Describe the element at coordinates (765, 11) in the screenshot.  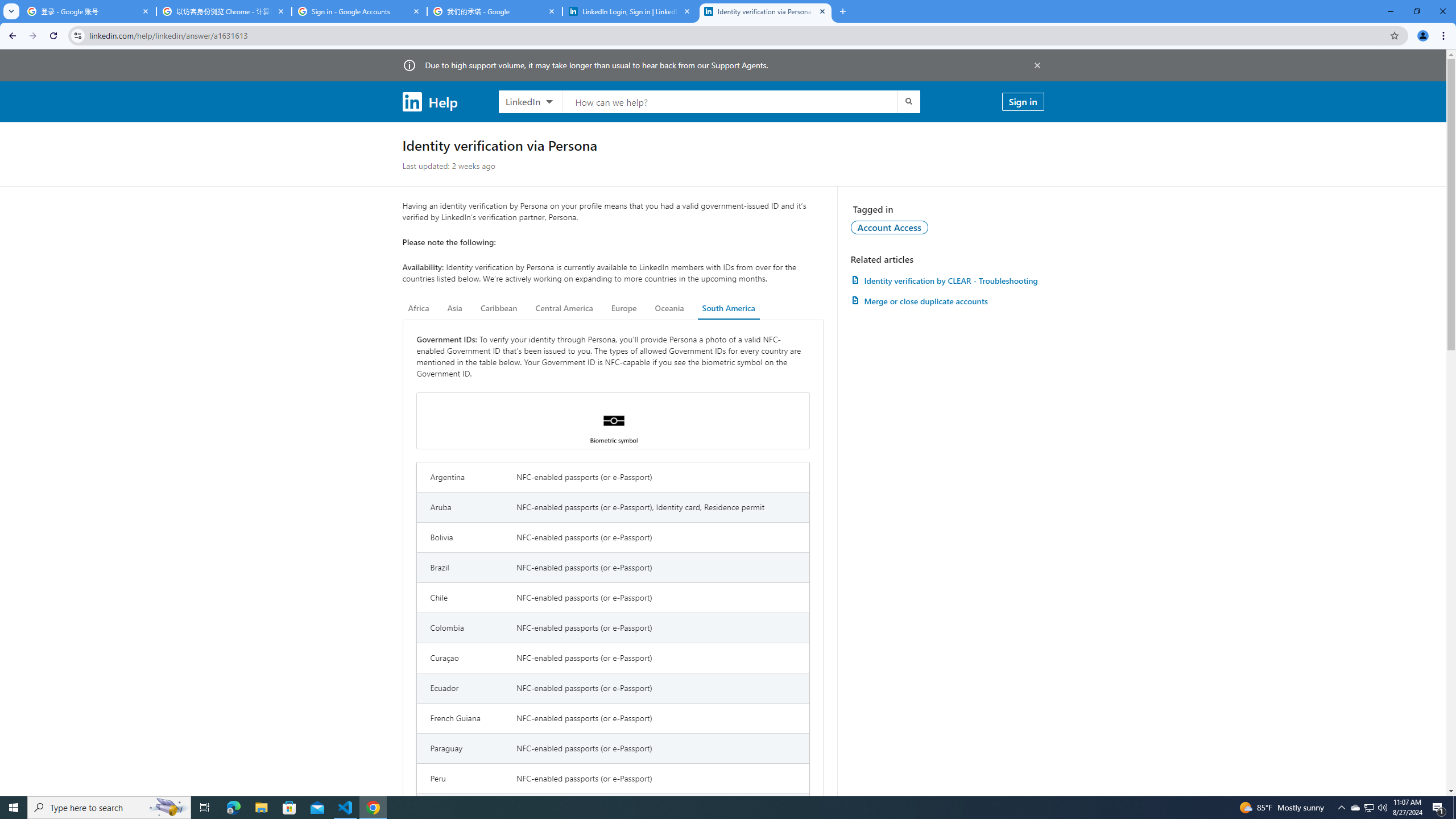
I see `'Identity verification via Persona | LinkedIn Help'` at that location.